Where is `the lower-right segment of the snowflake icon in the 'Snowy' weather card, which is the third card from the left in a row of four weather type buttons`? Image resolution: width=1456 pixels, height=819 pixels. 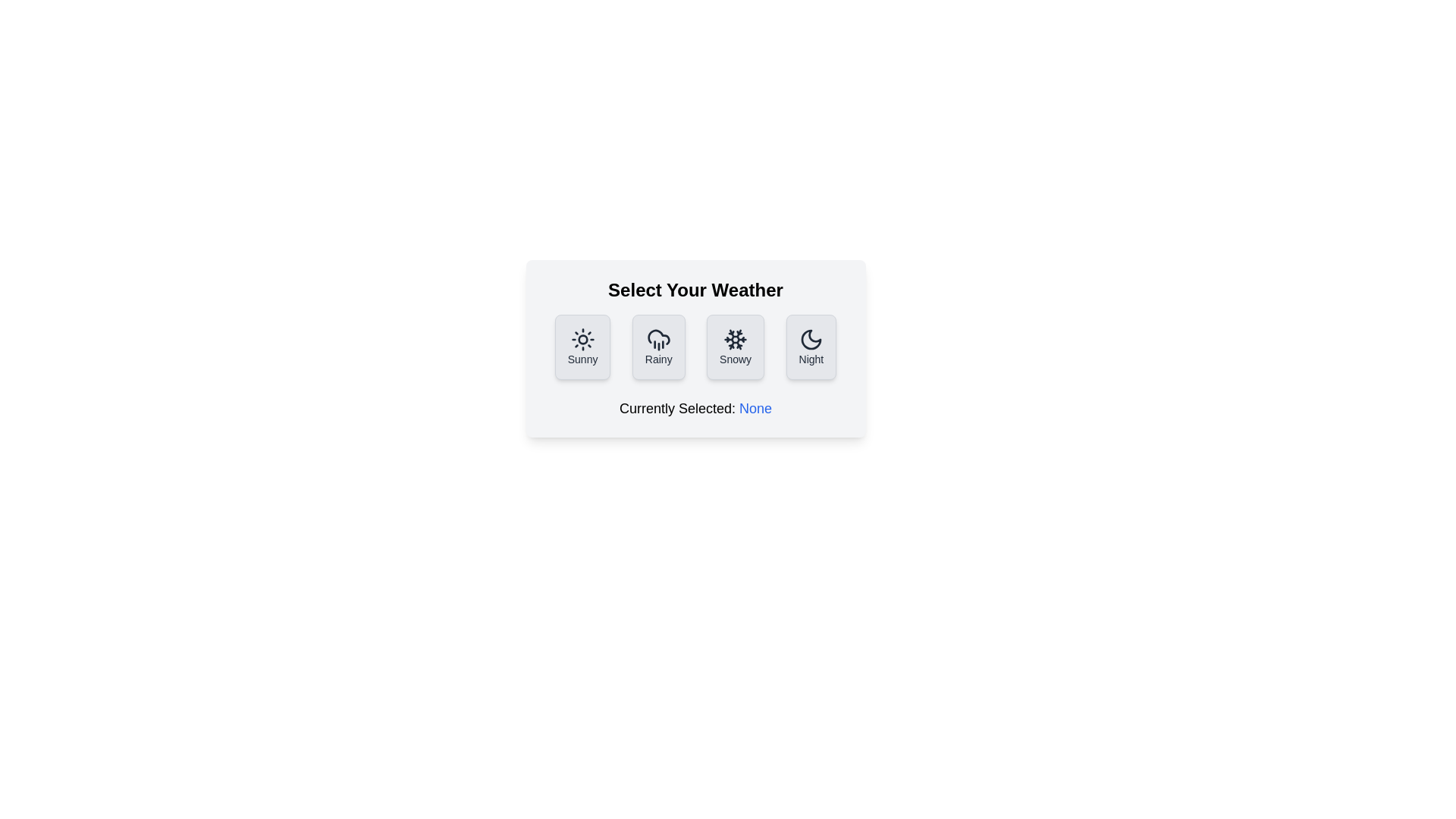 the lower-right segment of the snowflake icon in the 'Snowy' weather card, which is the third card from the left in a row of four weather type buttons is located at coordinates (739, 334).